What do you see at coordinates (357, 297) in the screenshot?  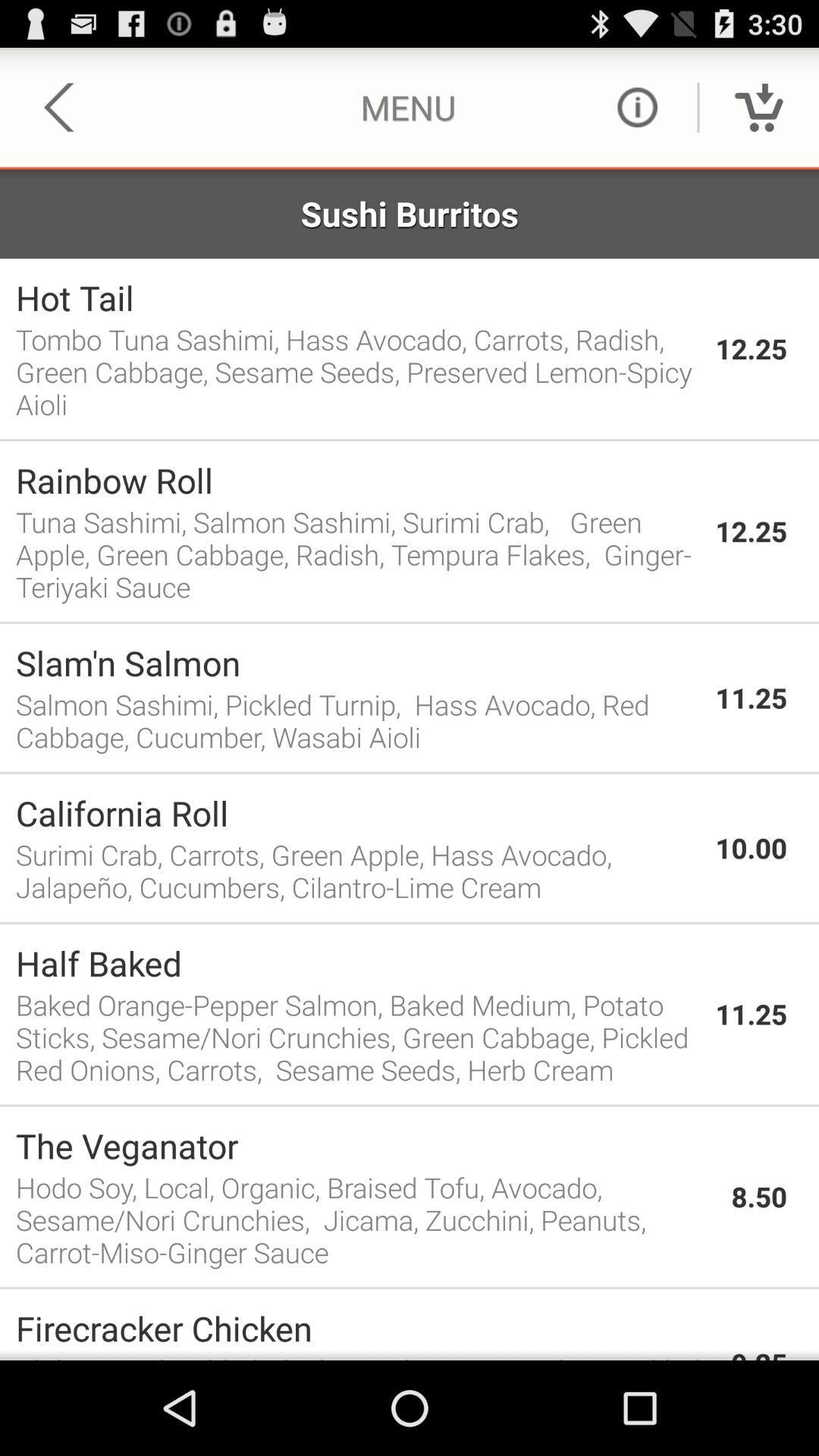 I see `the app next to the 12.25` at bounding box center [357, 297].